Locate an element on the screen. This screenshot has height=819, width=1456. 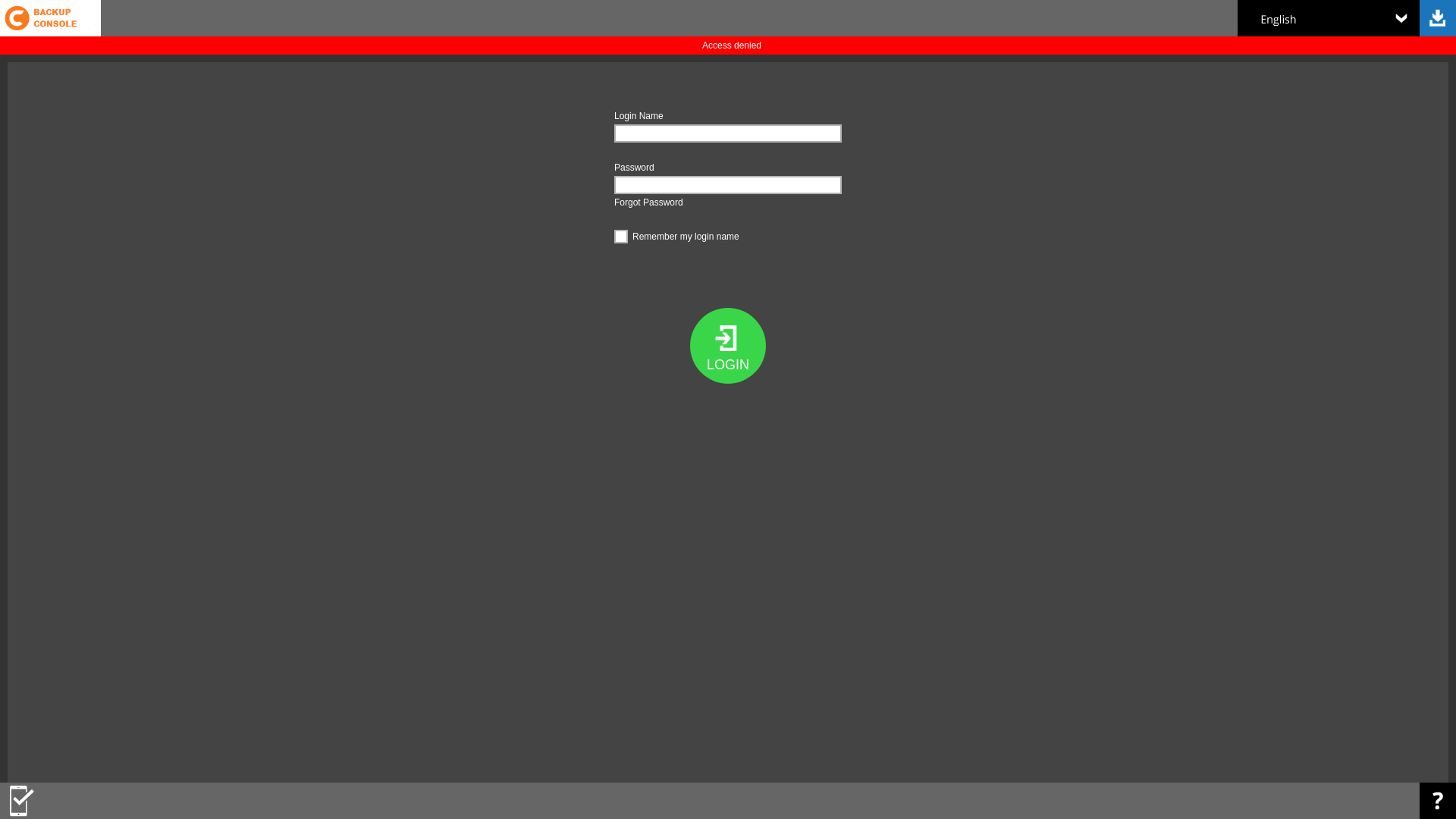
'Forgot Password' is located at coordinates (614, 201).